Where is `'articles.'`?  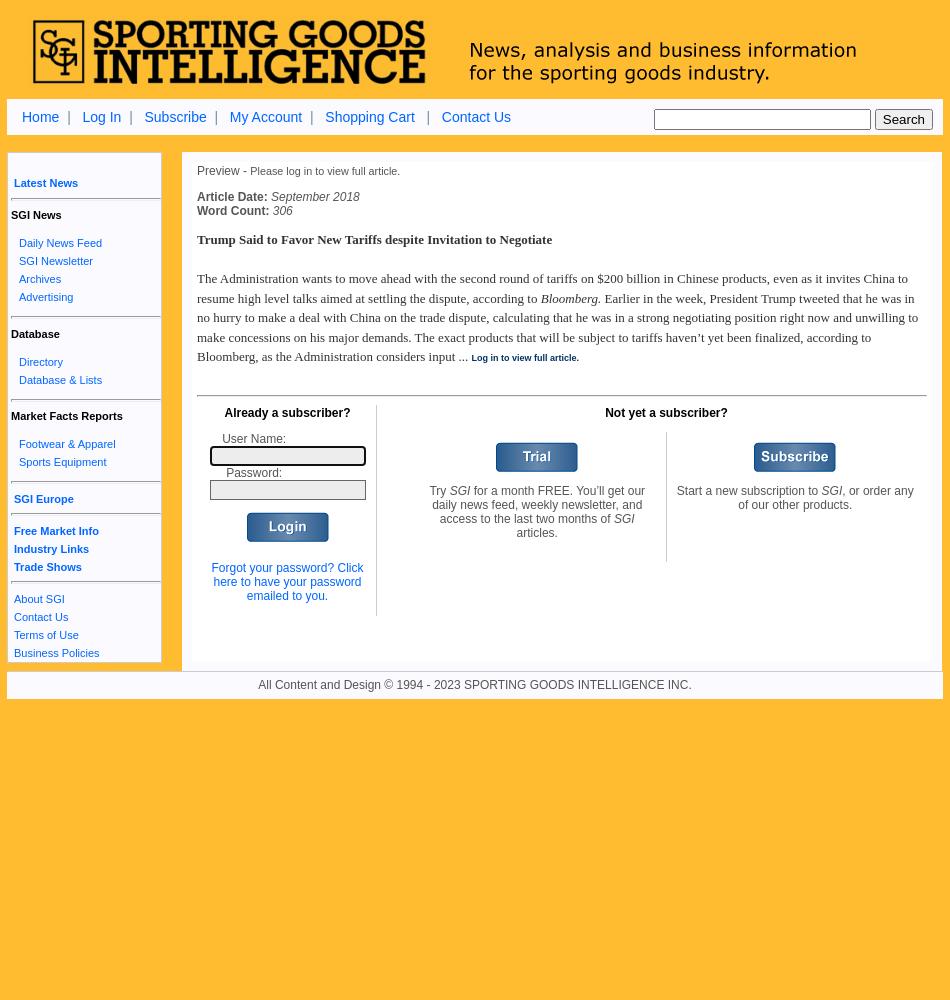 'articles.' is located at coordinates (536, 533).